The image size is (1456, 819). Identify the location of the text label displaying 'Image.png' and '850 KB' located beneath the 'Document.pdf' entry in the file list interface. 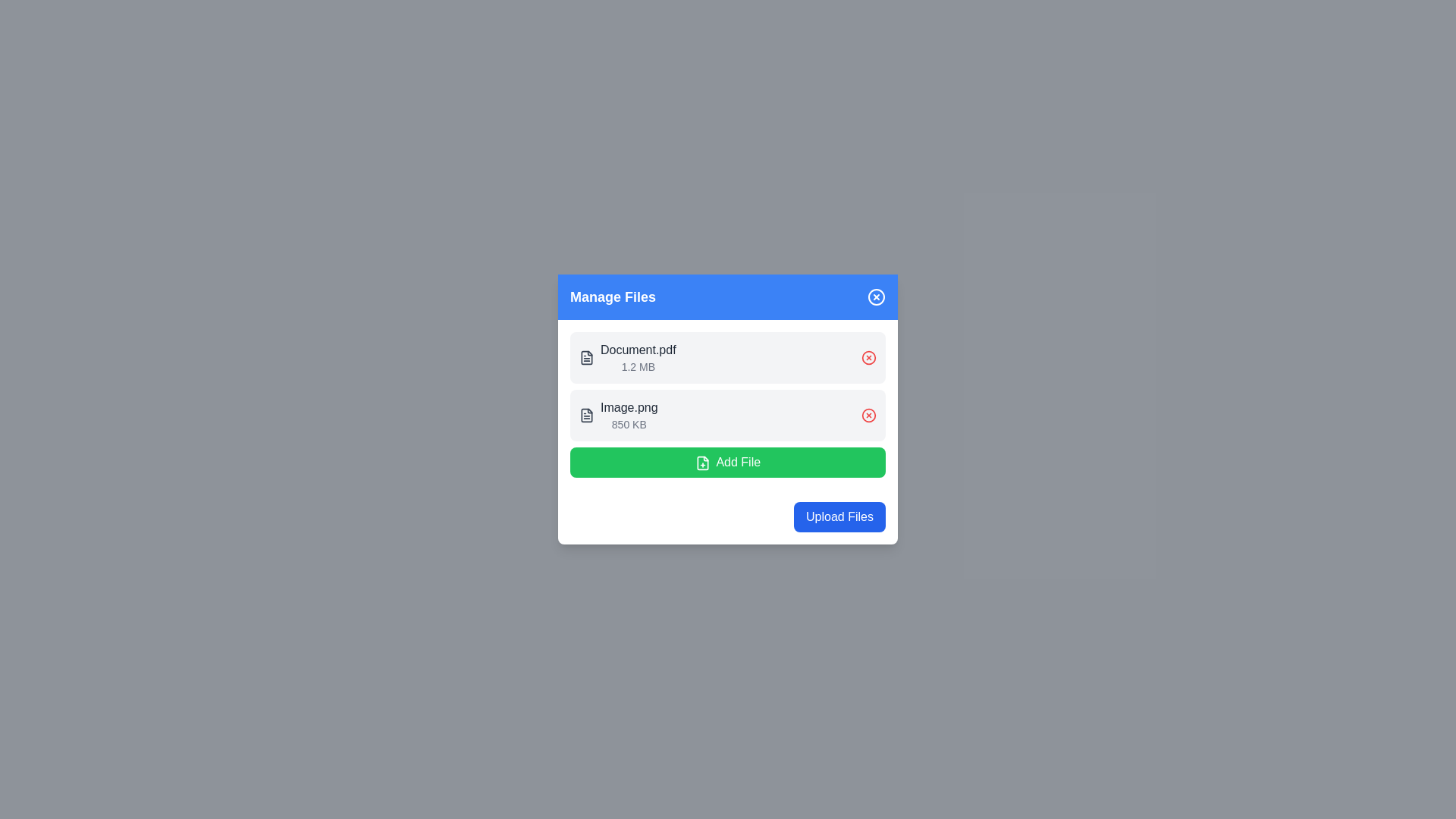
(629, 415).